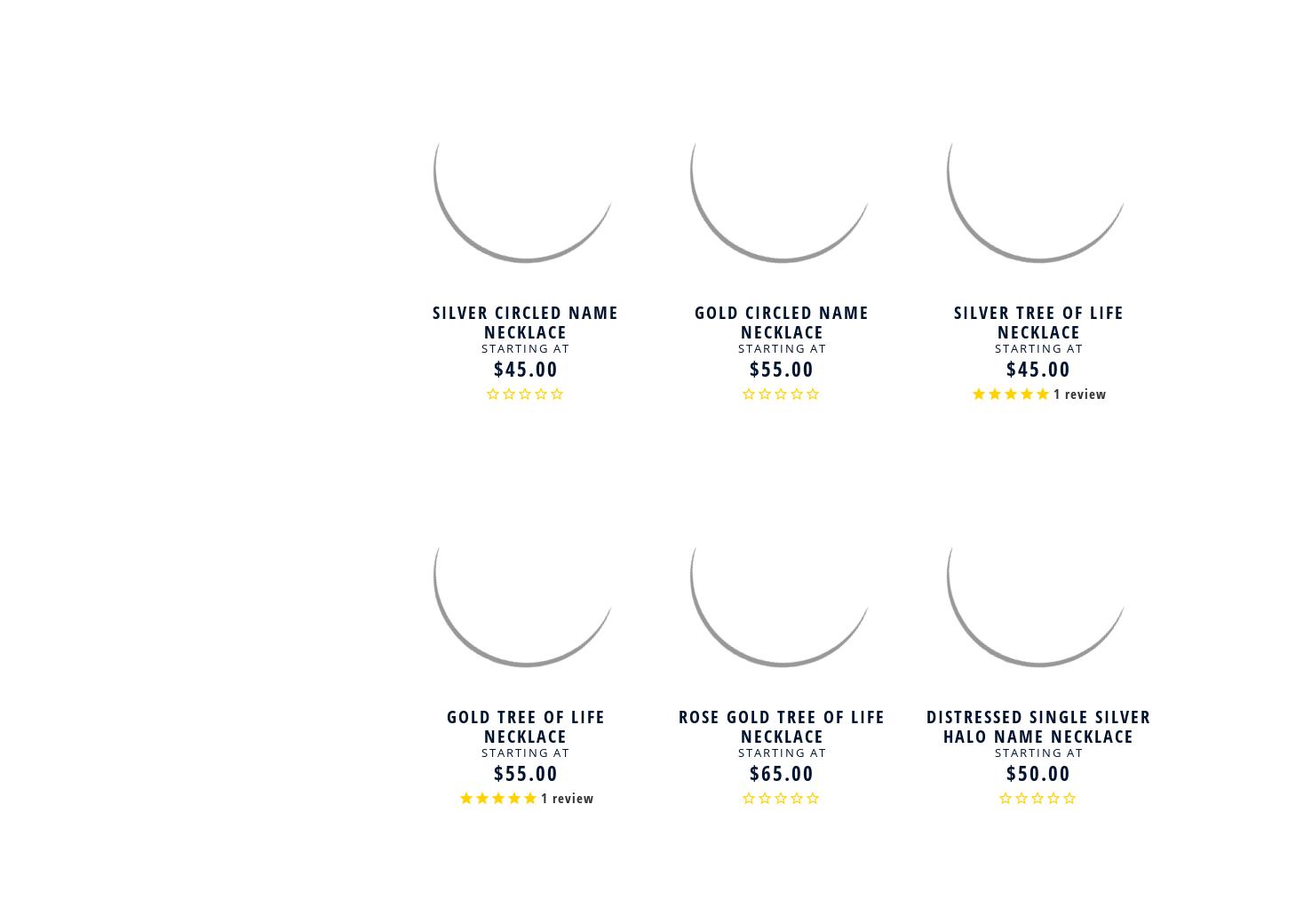  Describe the element at coordinates (524, 320) in the screenshot. I see `'Silver Circled Name Necklace'` at that location.